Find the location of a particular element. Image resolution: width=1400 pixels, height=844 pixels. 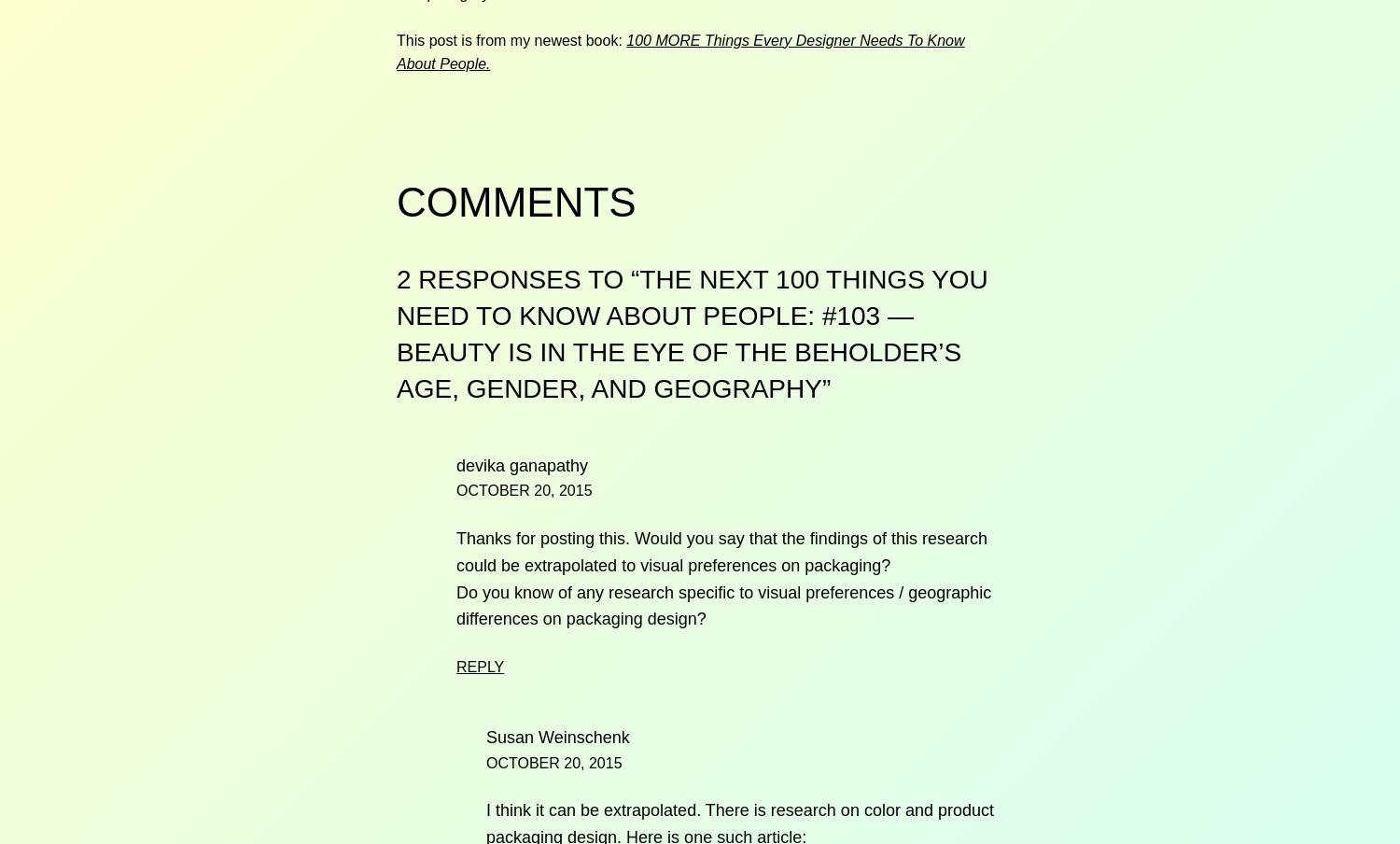

'Do you know of any research specific to visual preferences / geographic differences on packaging design?' is located at coordinates (455, 605).